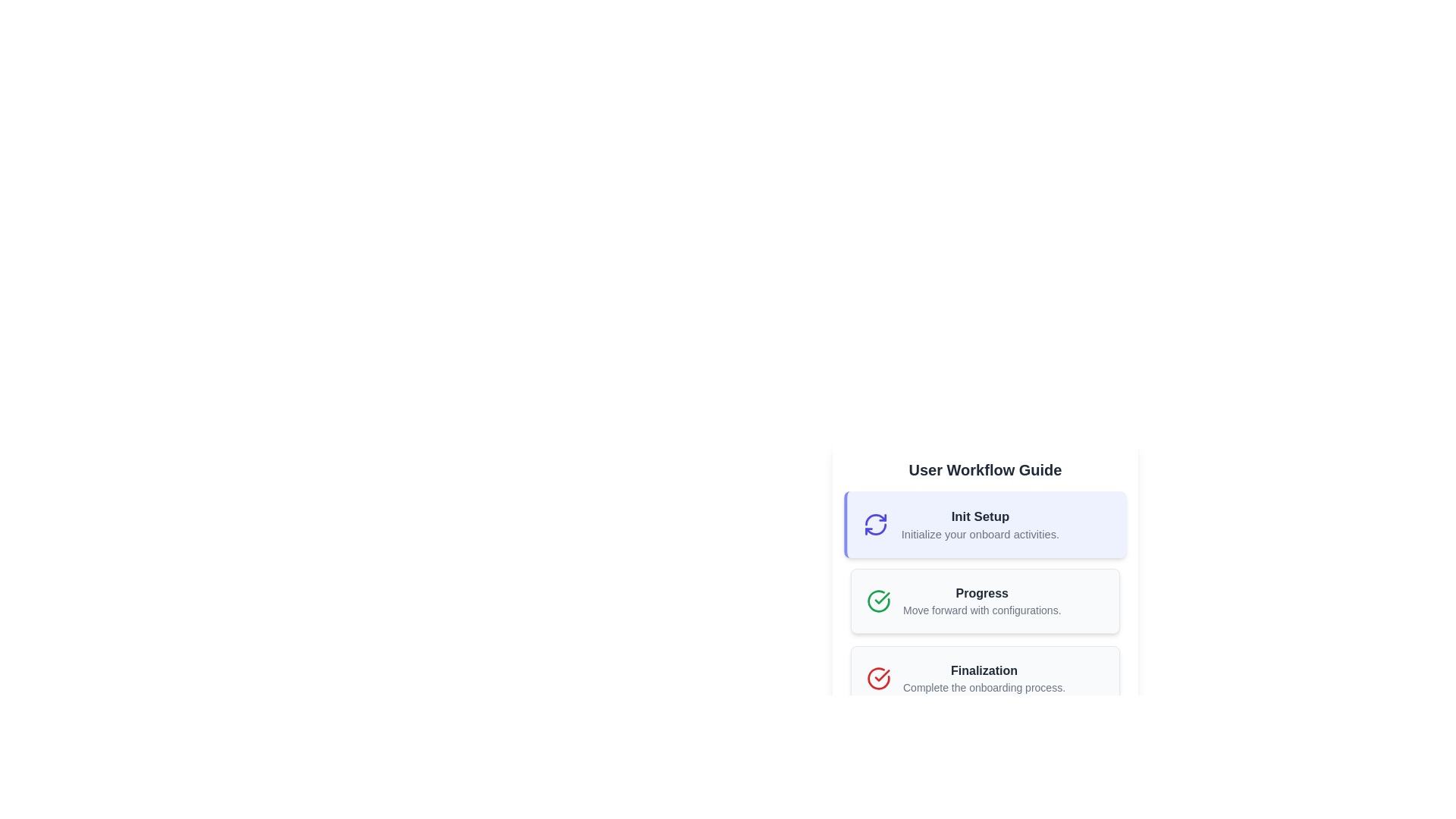 The image size is (1456, 819). What do you see at coordinates (985, 523) in the screenshot?
I see `the icon associated with the informational card that displays heading` at bounding box center [985, 523].